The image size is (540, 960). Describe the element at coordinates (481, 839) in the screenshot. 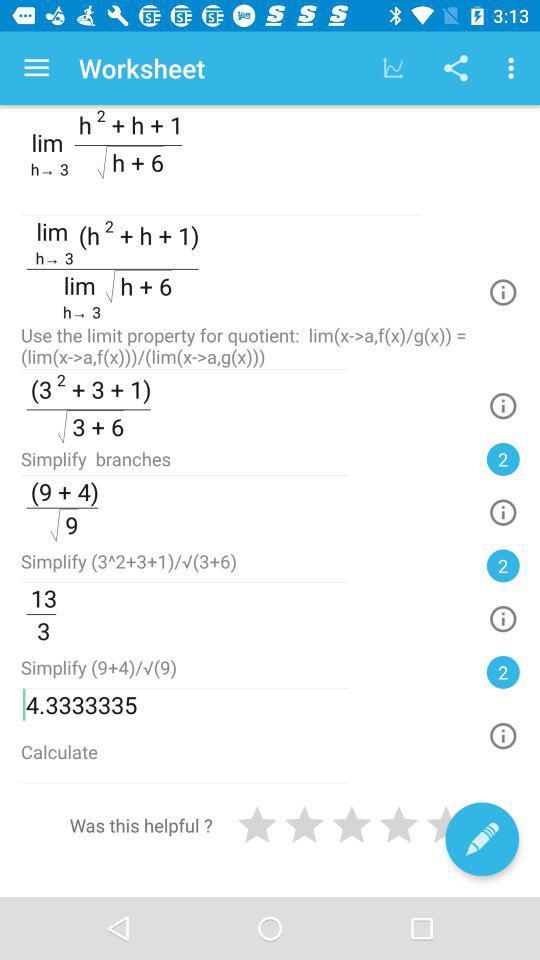

I see `the edit icon` at that location.